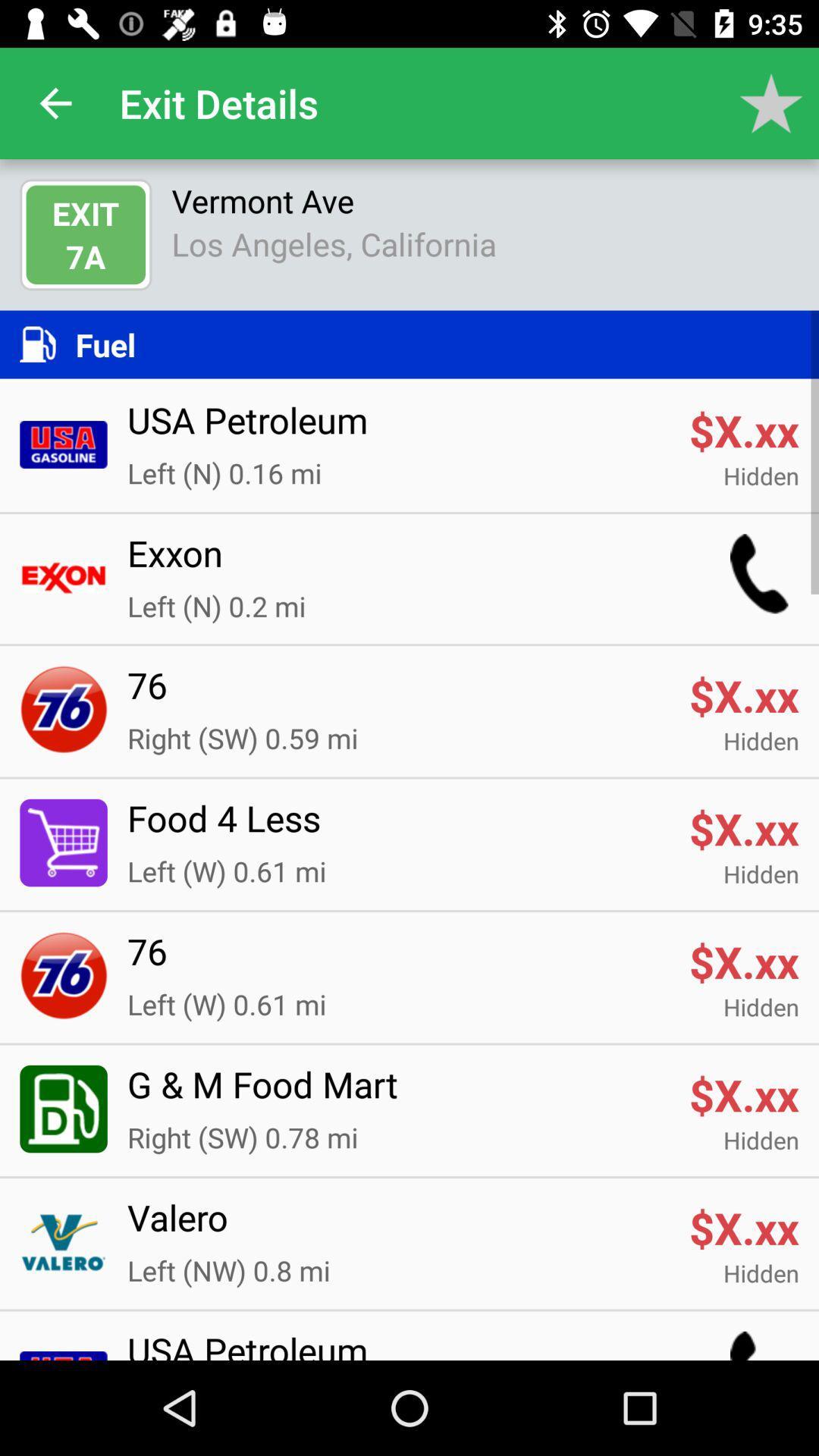 The width and height of the screenshot is (819, 1456). I want to click on the item to the left of exit details item, so click(55, 102).